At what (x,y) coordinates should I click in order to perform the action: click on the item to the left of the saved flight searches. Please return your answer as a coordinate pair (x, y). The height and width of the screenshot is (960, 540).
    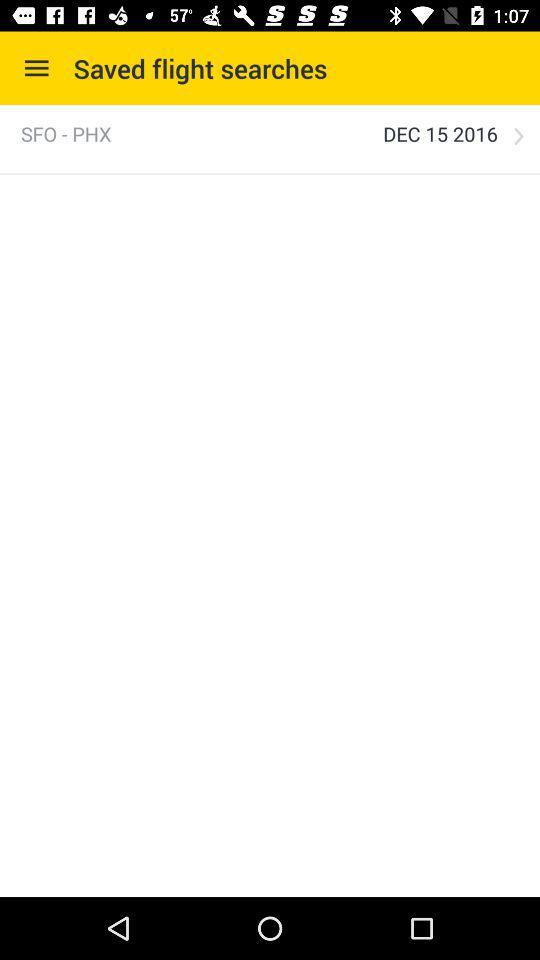
    Looking at the image, I should click on (36, 68).